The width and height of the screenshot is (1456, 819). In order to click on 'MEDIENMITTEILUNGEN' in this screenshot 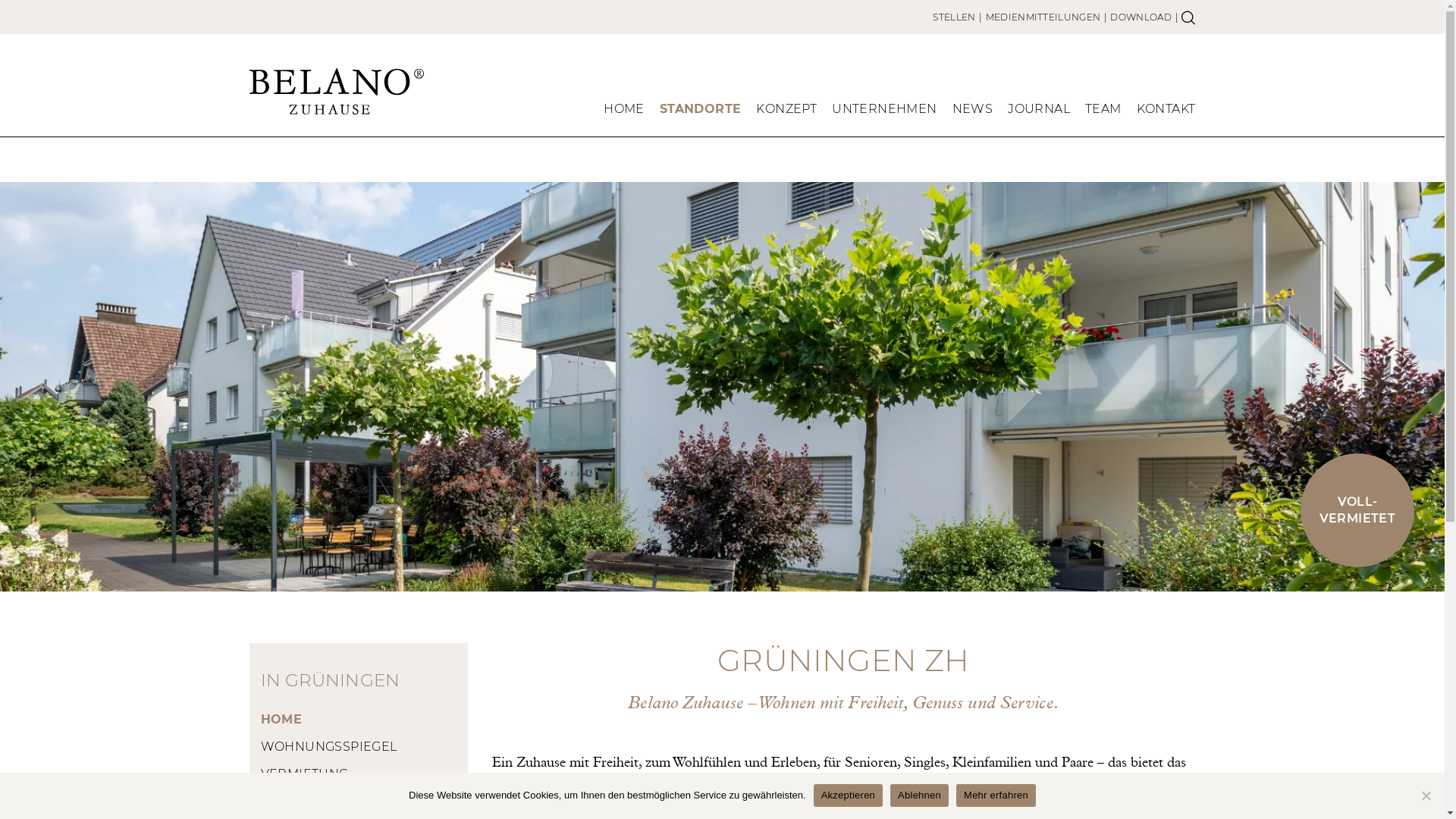, I will do `click(1042, 17)`.